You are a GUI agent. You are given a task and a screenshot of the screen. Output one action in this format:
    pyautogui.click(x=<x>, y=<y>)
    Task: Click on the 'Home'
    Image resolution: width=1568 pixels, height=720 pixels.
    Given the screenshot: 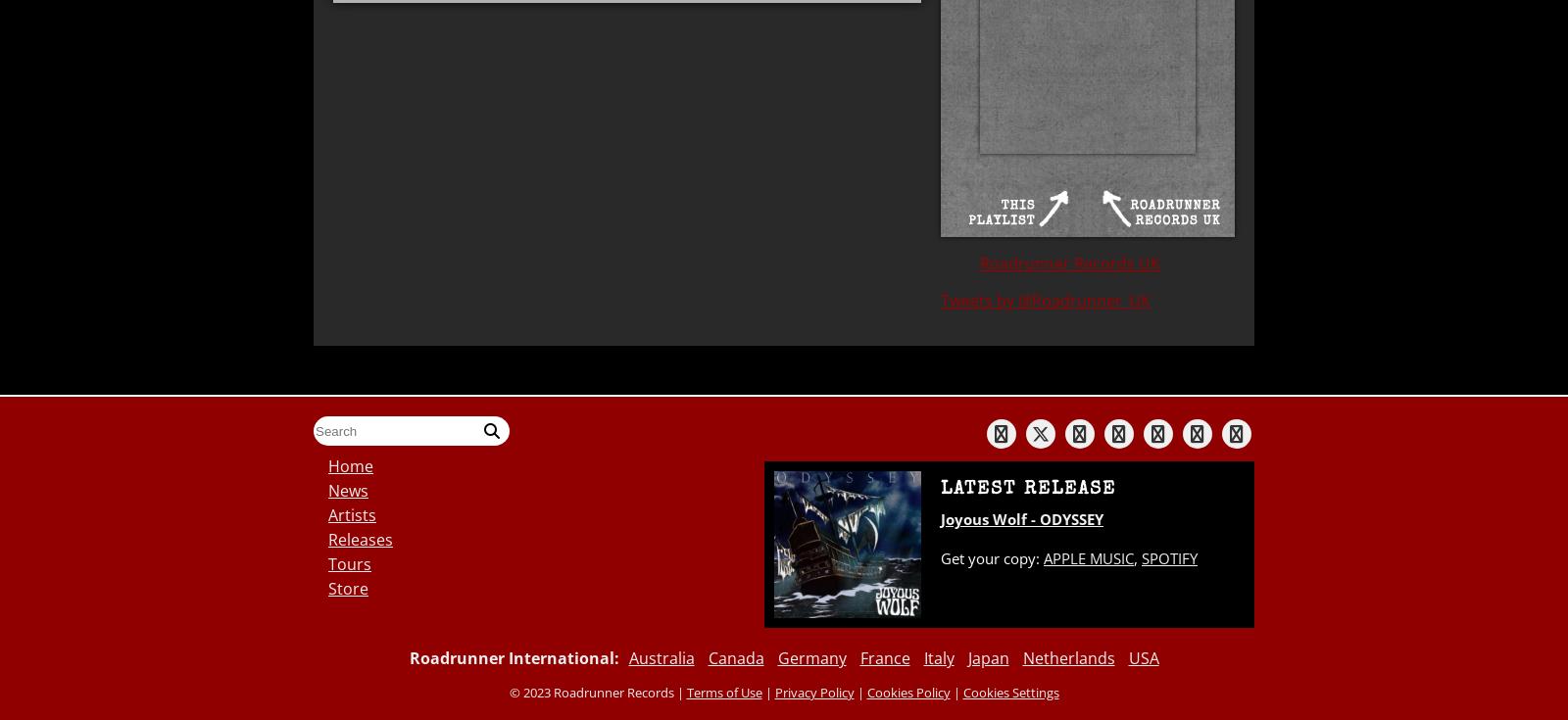 What is the action you would take?
    pyautogui.click(x=351, y=465)
    